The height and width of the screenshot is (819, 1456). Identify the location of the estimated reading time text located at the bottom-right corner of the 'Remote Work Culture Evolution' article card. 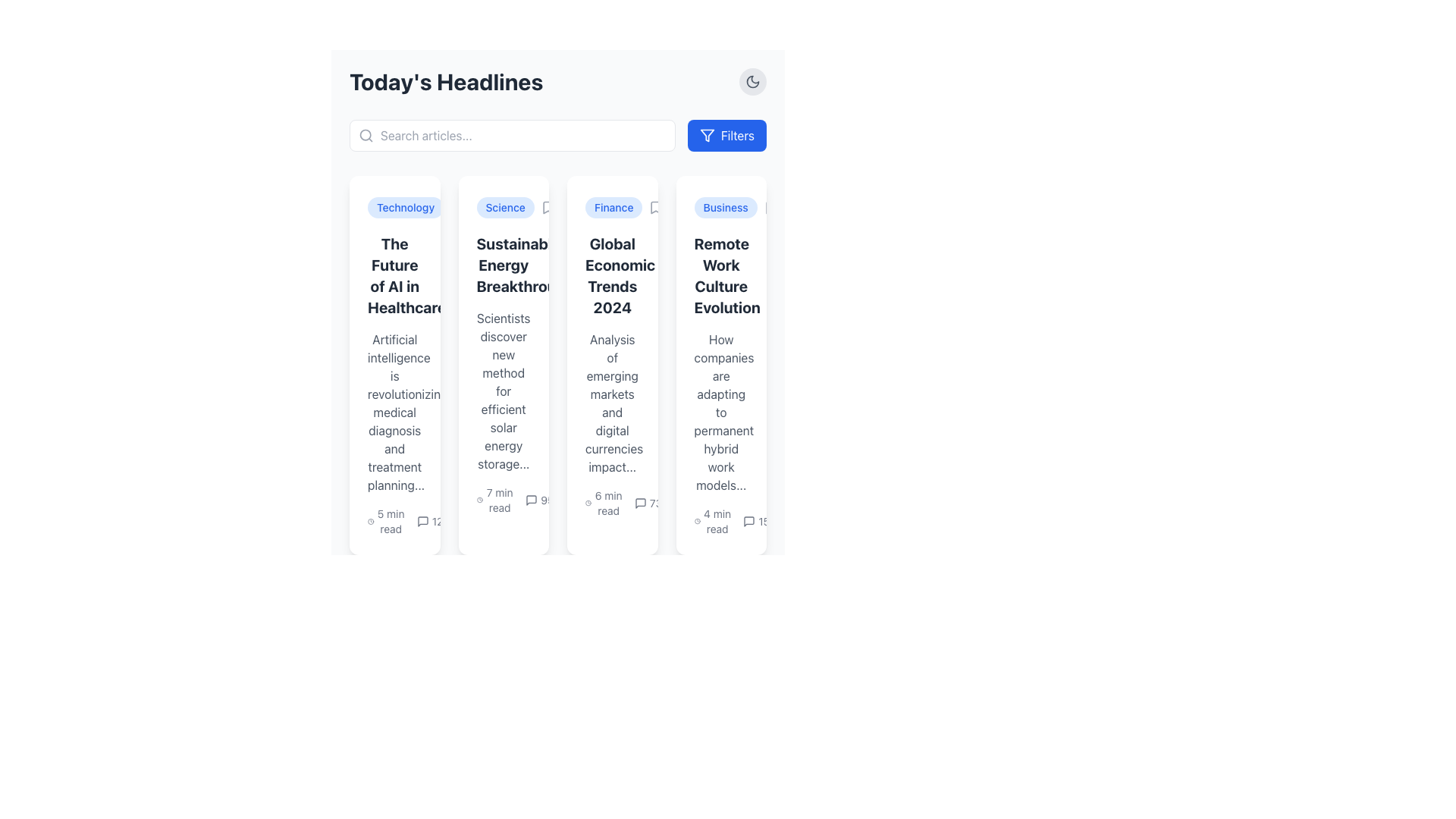
(720, 520).